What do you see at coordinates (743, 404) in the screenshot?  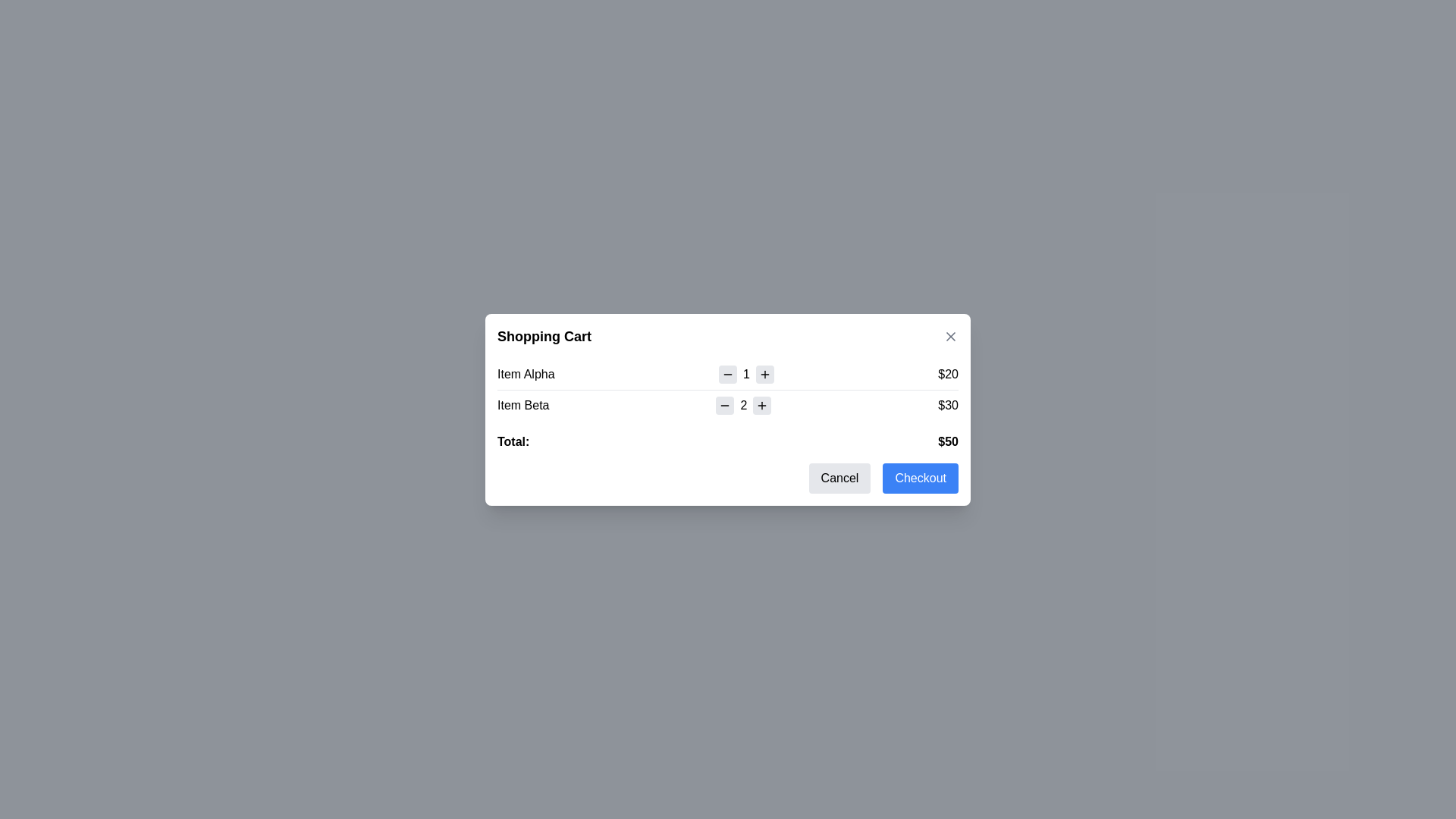 I see `the numeric text component displaying the value '2' in the quantity adjustment control for 'Item Beta' to focus it` at bounding box center [743, 404].